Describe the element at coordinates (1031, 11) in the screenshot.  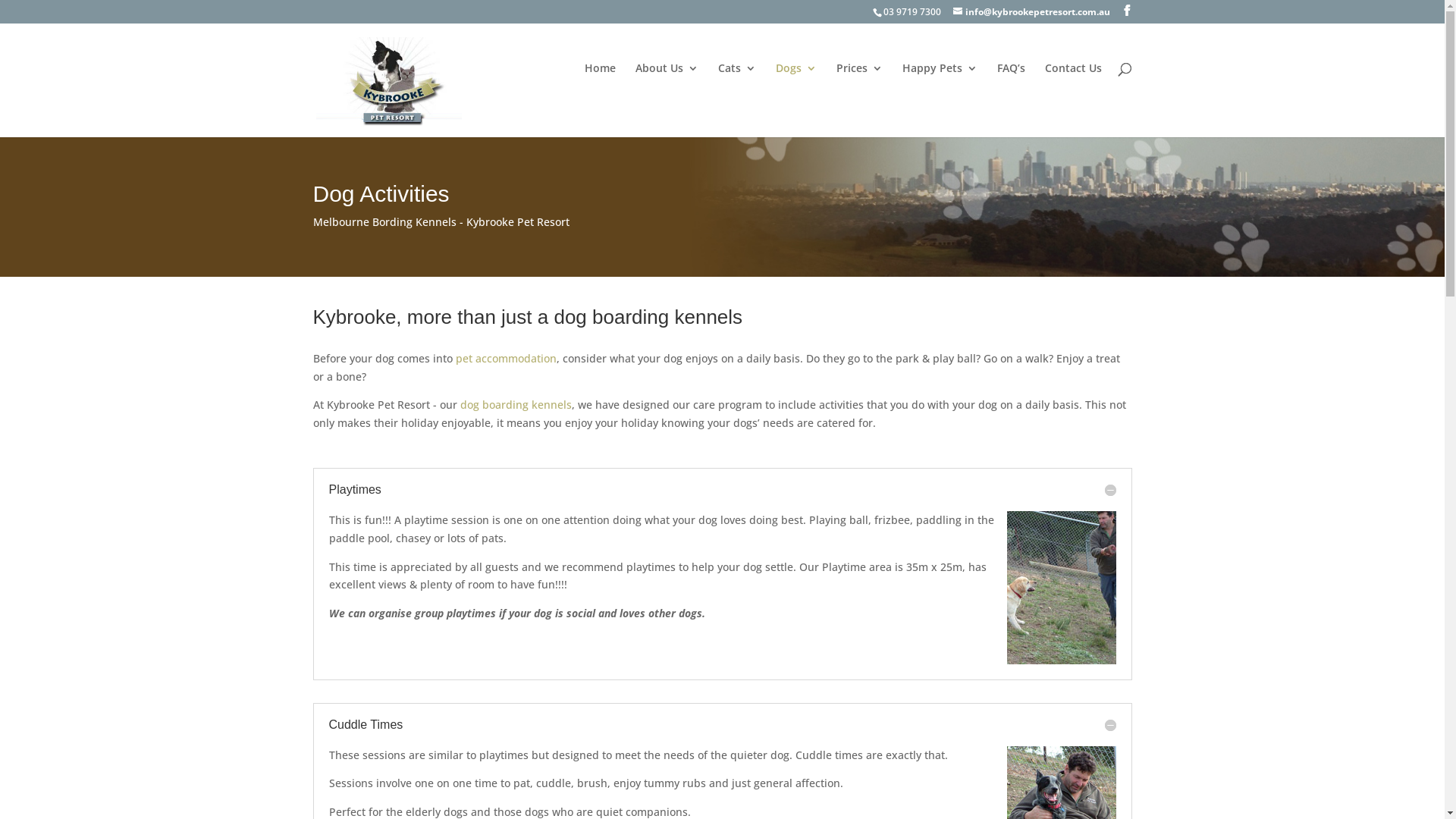
I see `'info@kybrookepetresort.com.au'` at that location.